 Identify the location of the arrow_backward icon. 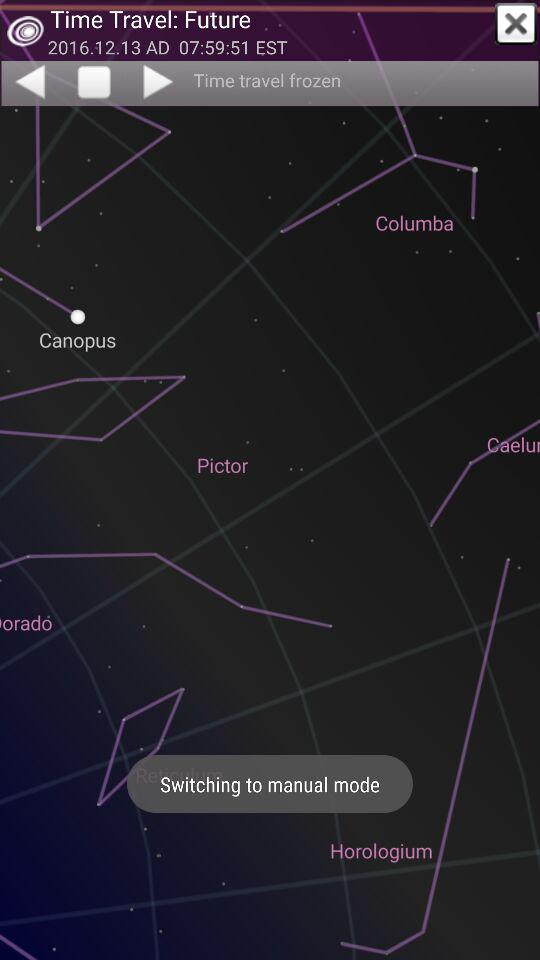
(28, 81).